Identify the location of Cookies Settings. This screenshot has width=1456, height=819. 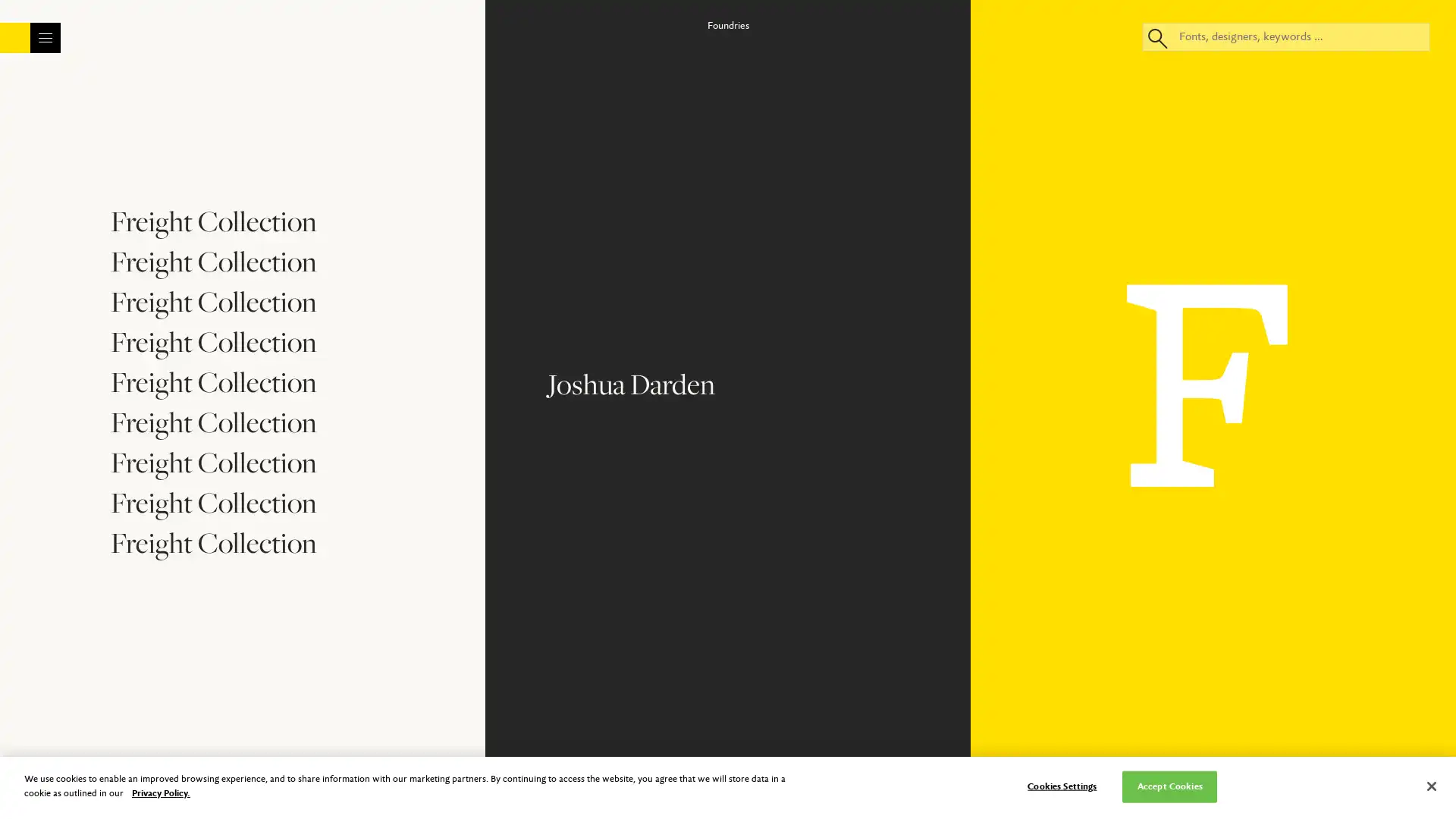
(1061, 786).